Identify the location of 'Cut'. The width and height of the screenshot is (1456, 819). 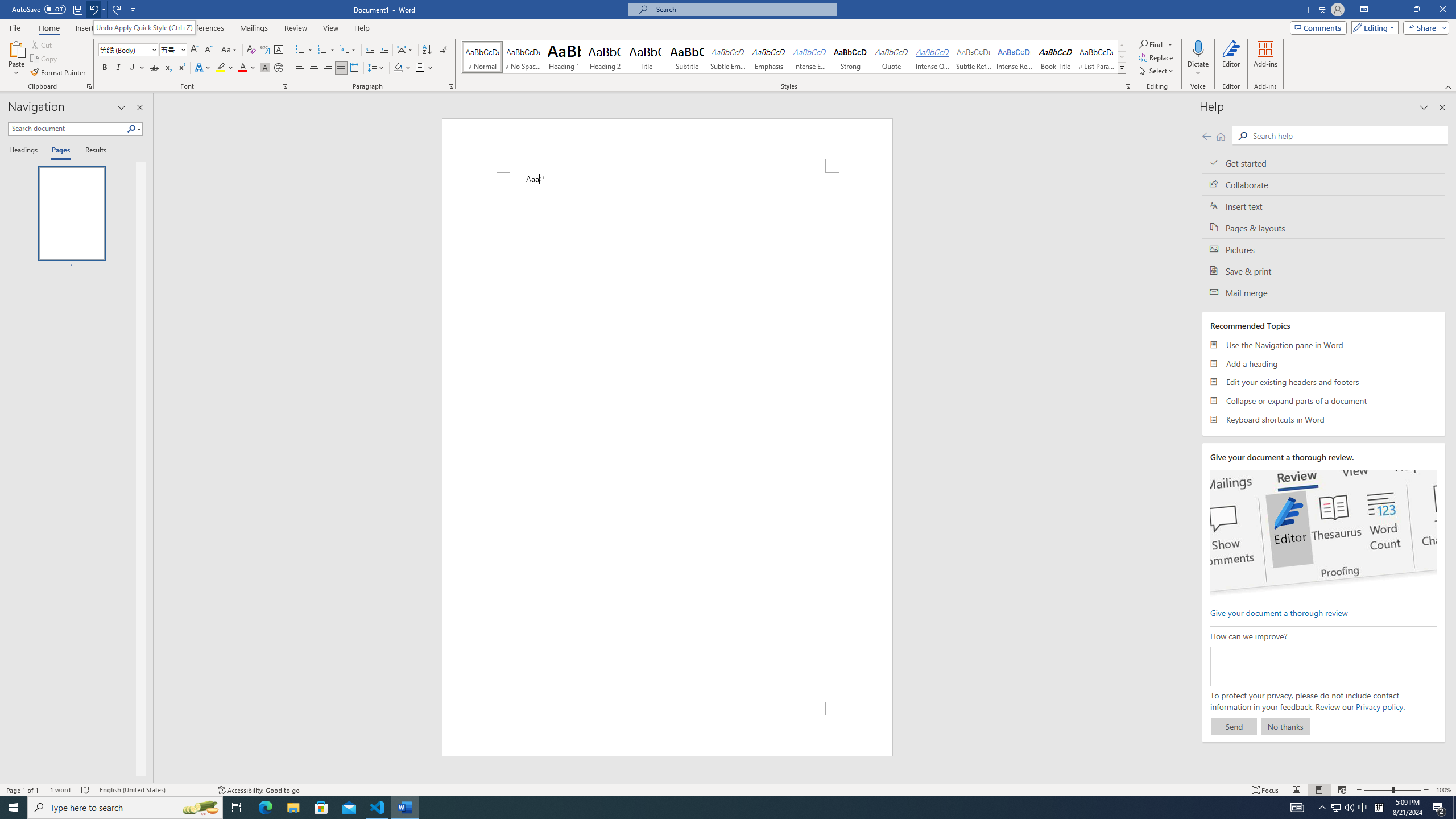
(42, 44).